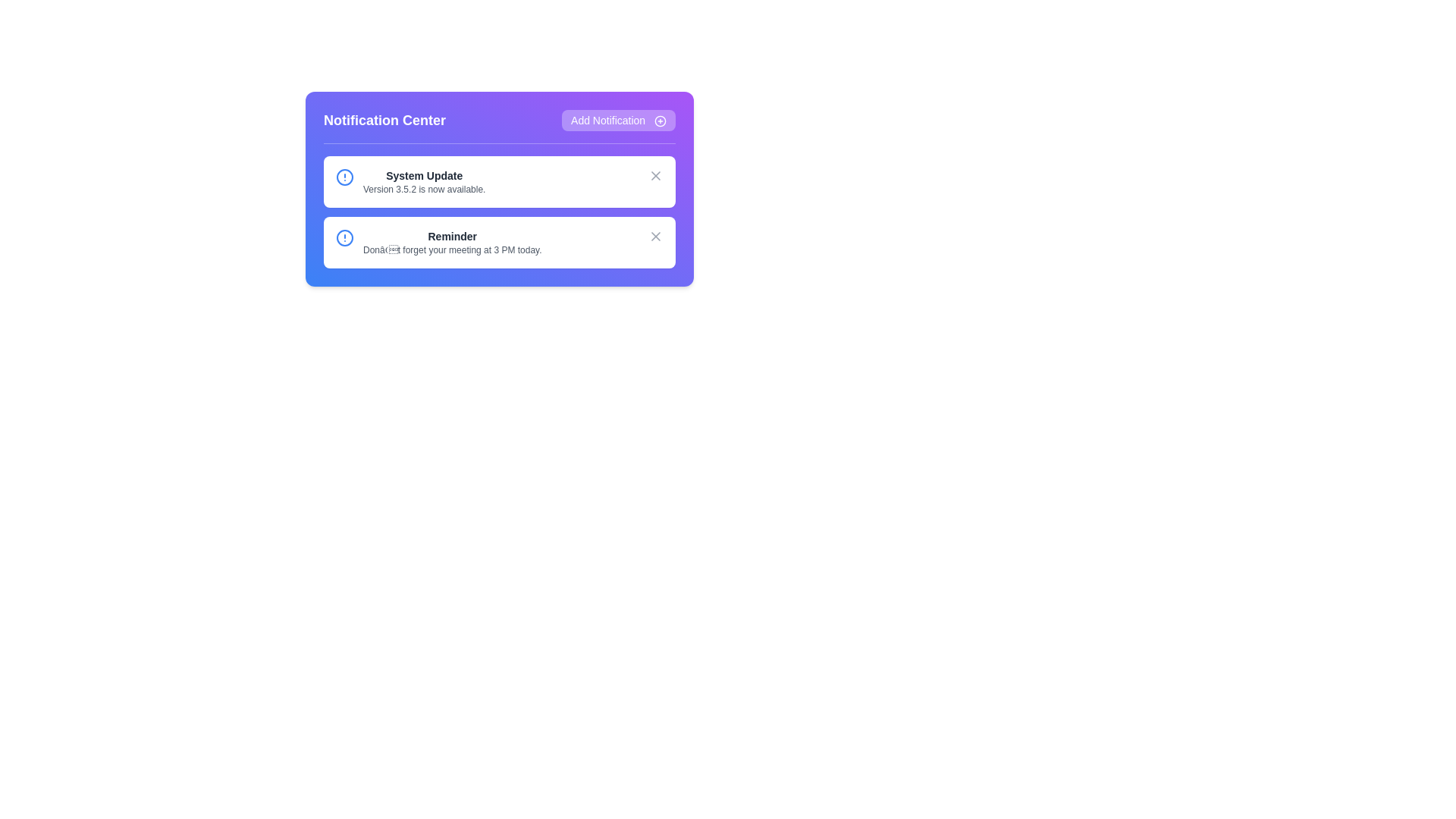 Image resolution: width=1456 pixels, height=819 pixels. I want to click on the static text element that serves as the title of the notification card, located above the text 'Don’t forget your meeting at 3 PM today.', so click(451, 237).